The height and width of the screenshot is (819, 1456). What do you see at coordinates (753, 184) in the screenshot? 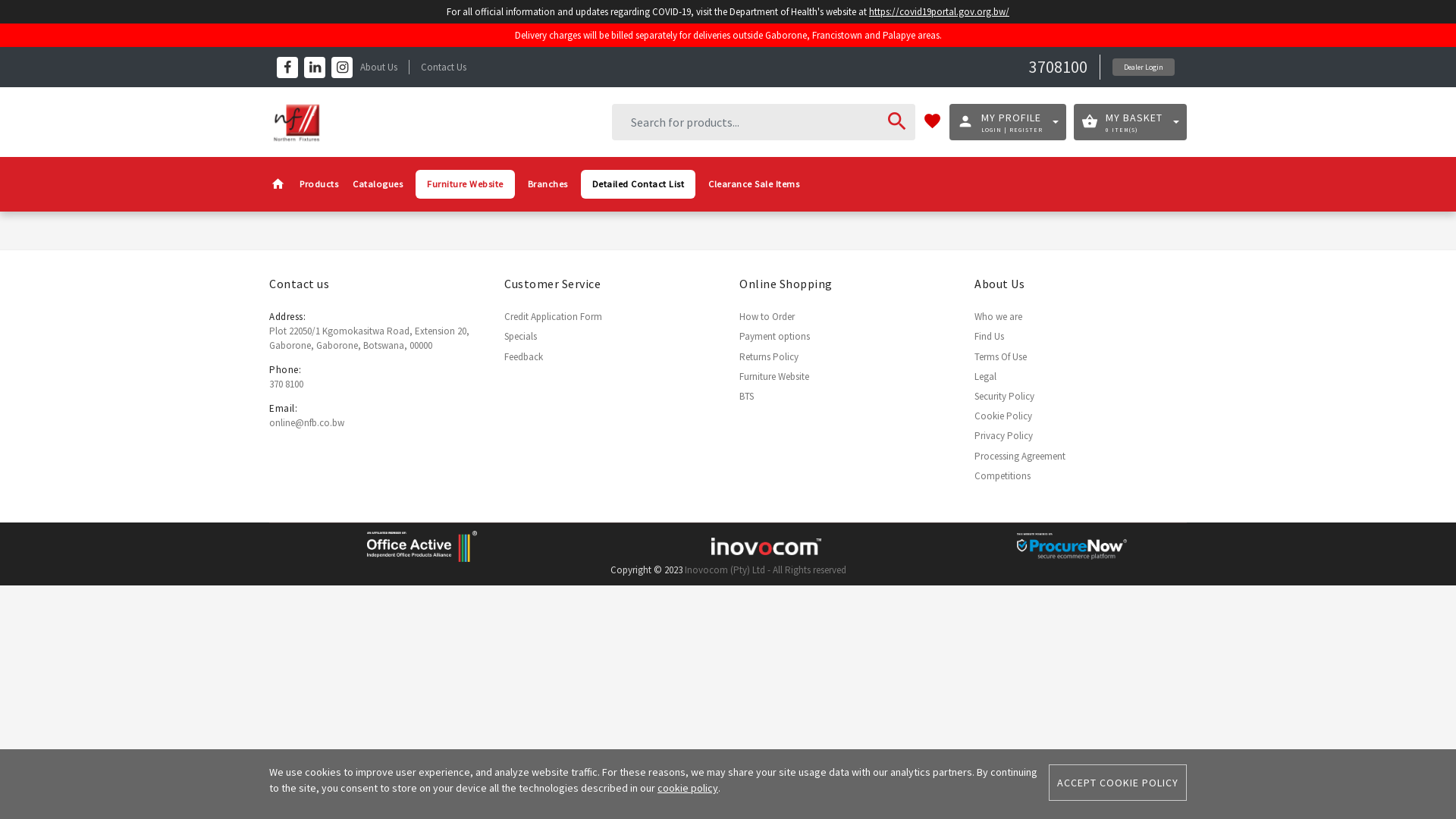
I see `'Clearance Sale Items'` at bounding box center [753, 184].